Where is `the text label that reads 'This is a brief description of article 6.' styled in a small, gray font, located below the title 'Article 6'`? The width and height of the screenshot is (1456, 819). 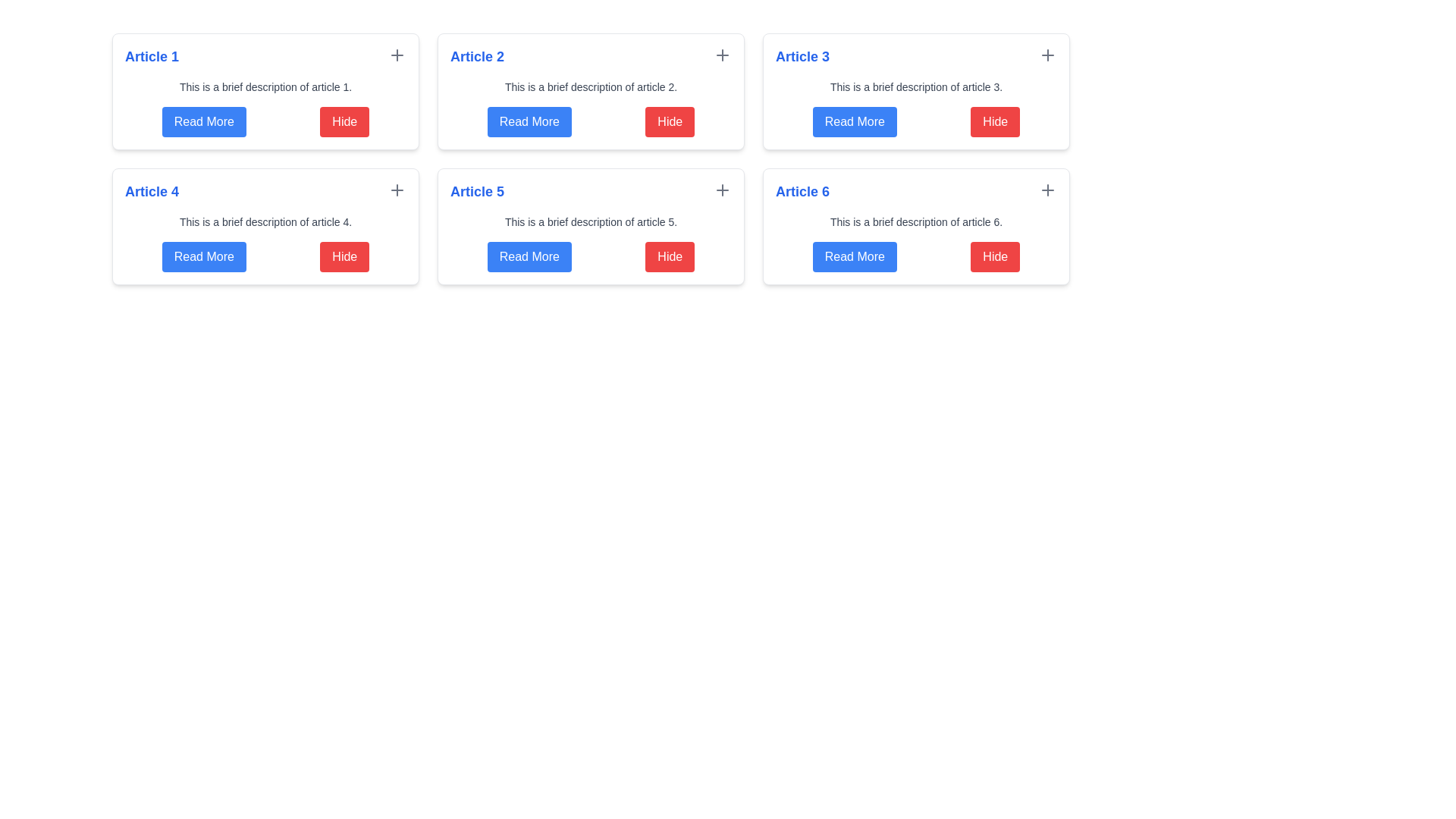
the text label that reads 'This is a brief description of article 6.' styled in a small, gray font, located below the title 'Article 6' is located at coordinates (915, 222).